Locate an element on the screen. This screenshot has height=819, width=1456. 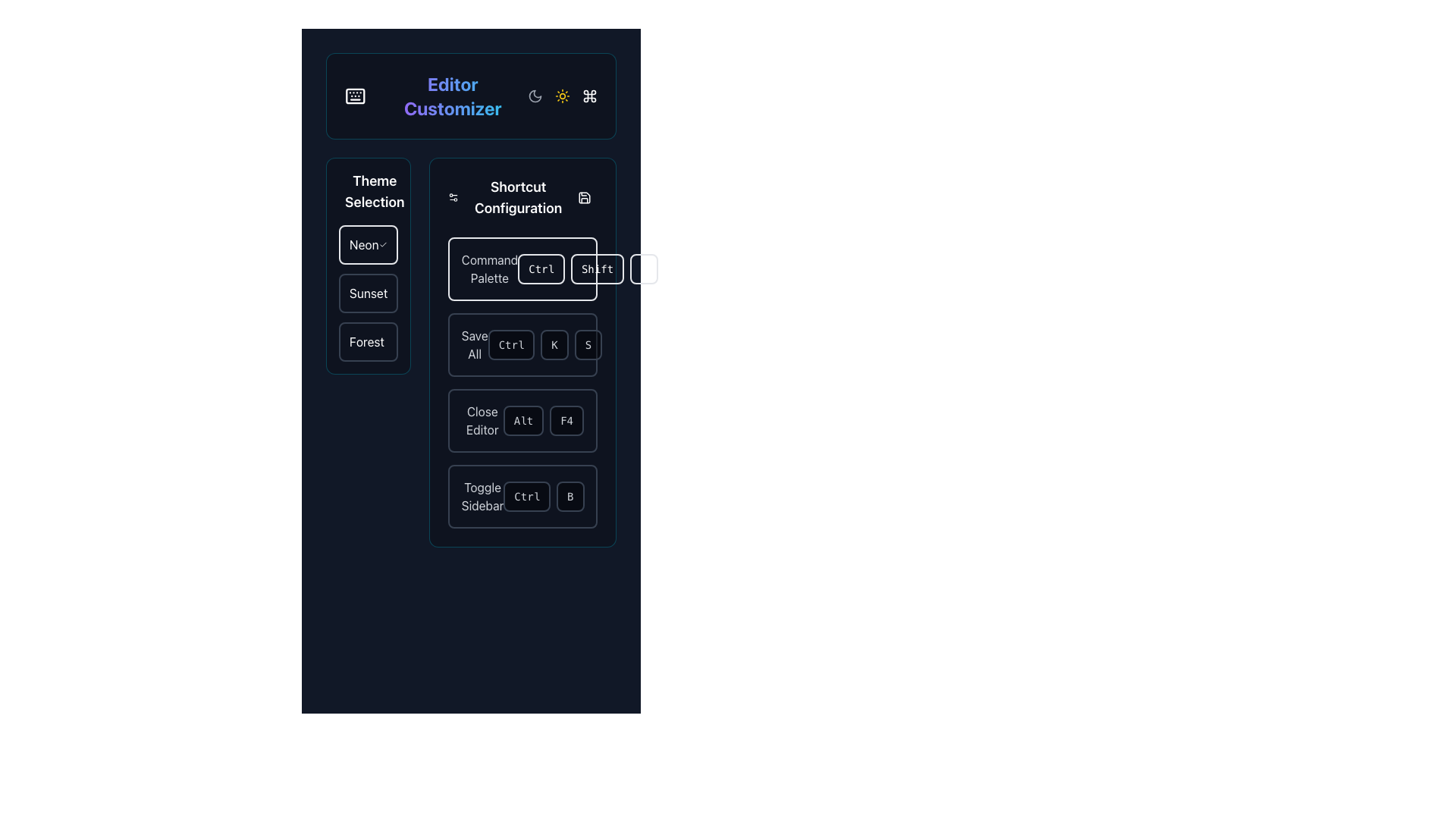
the 'Forest' button on the vertical theme selector menu located on the left-hand side of the interface is located at coordinates (368, 353).